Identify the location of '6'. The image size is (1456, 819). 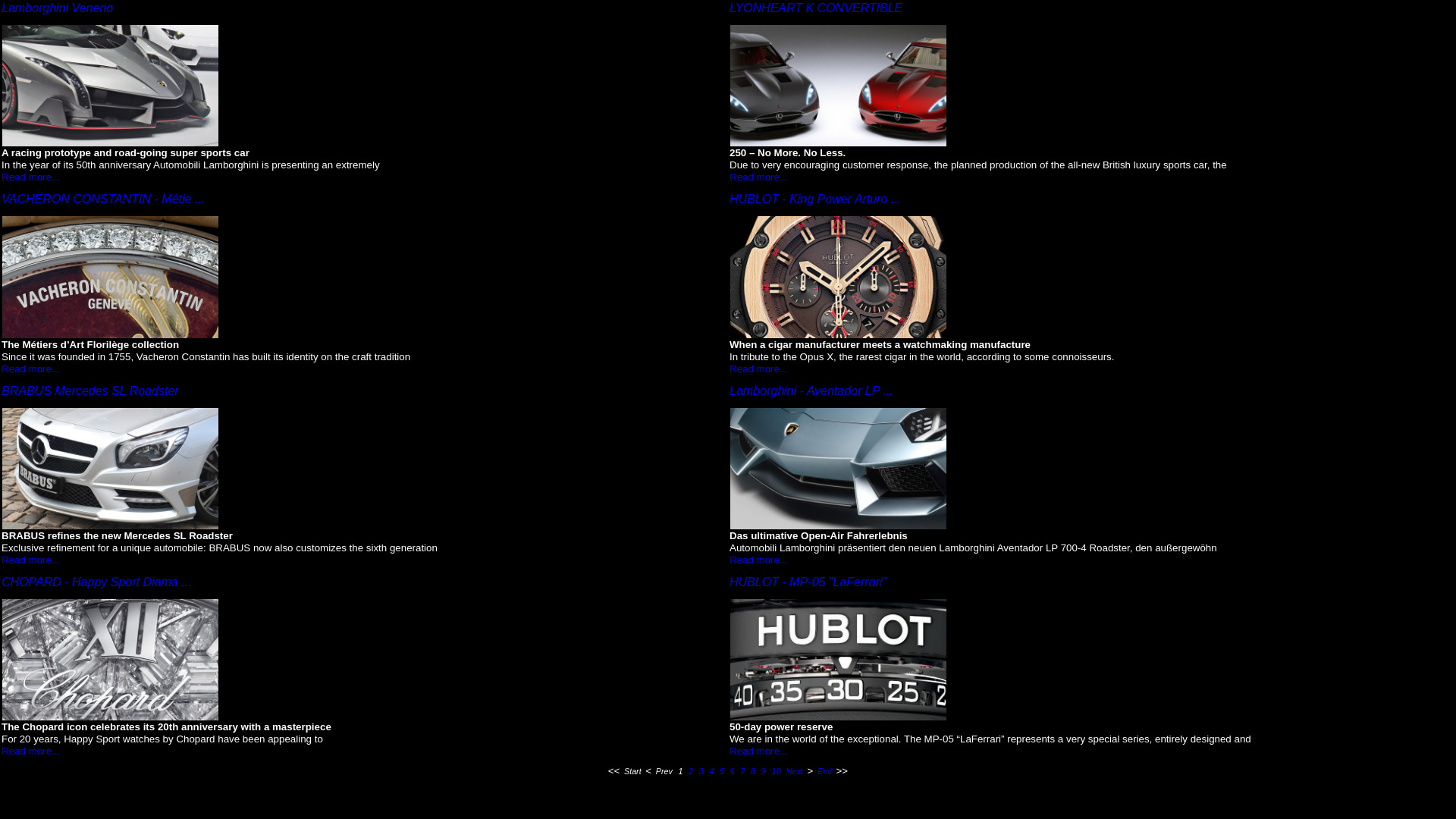
(732, 771).